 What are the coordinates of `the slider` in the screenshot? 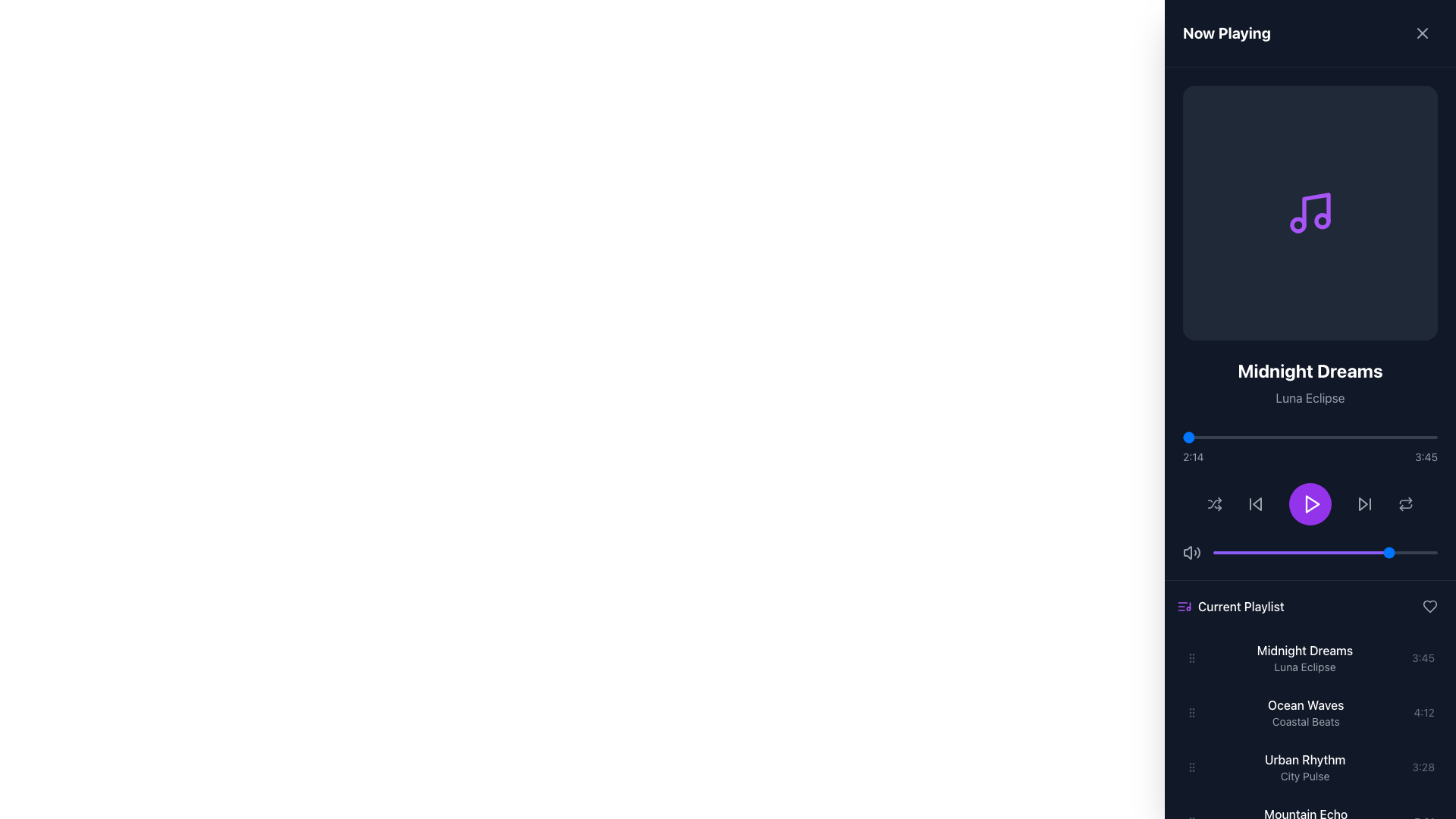 It's located at (1244, 553).